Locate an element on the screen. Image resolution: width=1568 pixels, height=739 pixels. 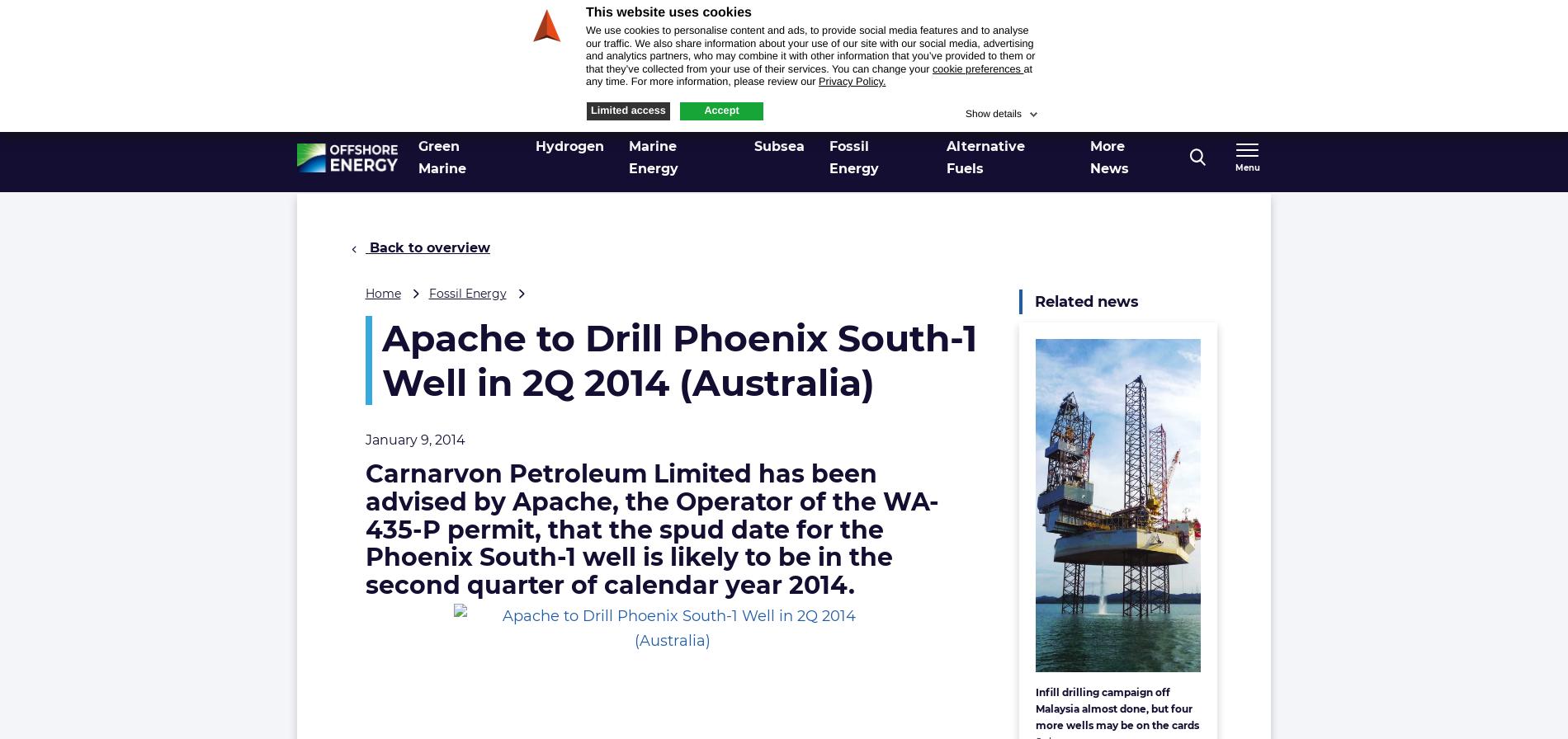
'OEEC 2023' is located at coordinates (1133, 107).